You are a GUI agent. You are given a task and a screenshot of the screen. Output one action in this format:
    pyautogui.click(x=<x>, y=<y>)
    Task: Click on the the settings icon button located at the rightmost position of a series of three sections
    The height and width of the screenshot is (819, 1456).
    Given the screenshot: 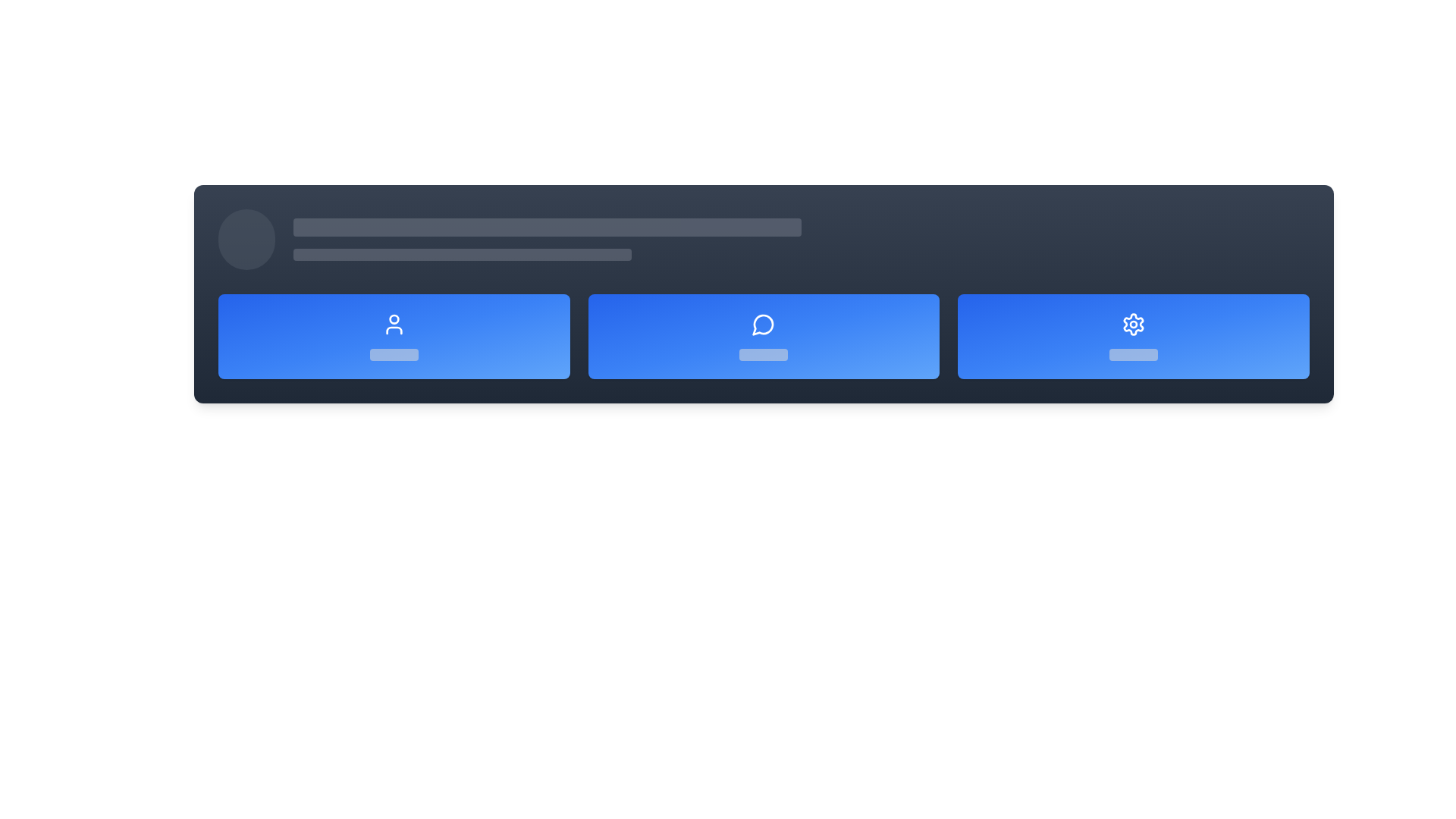 What is the action you would take?
    pyautogui.click(x=1134, y=324)
    